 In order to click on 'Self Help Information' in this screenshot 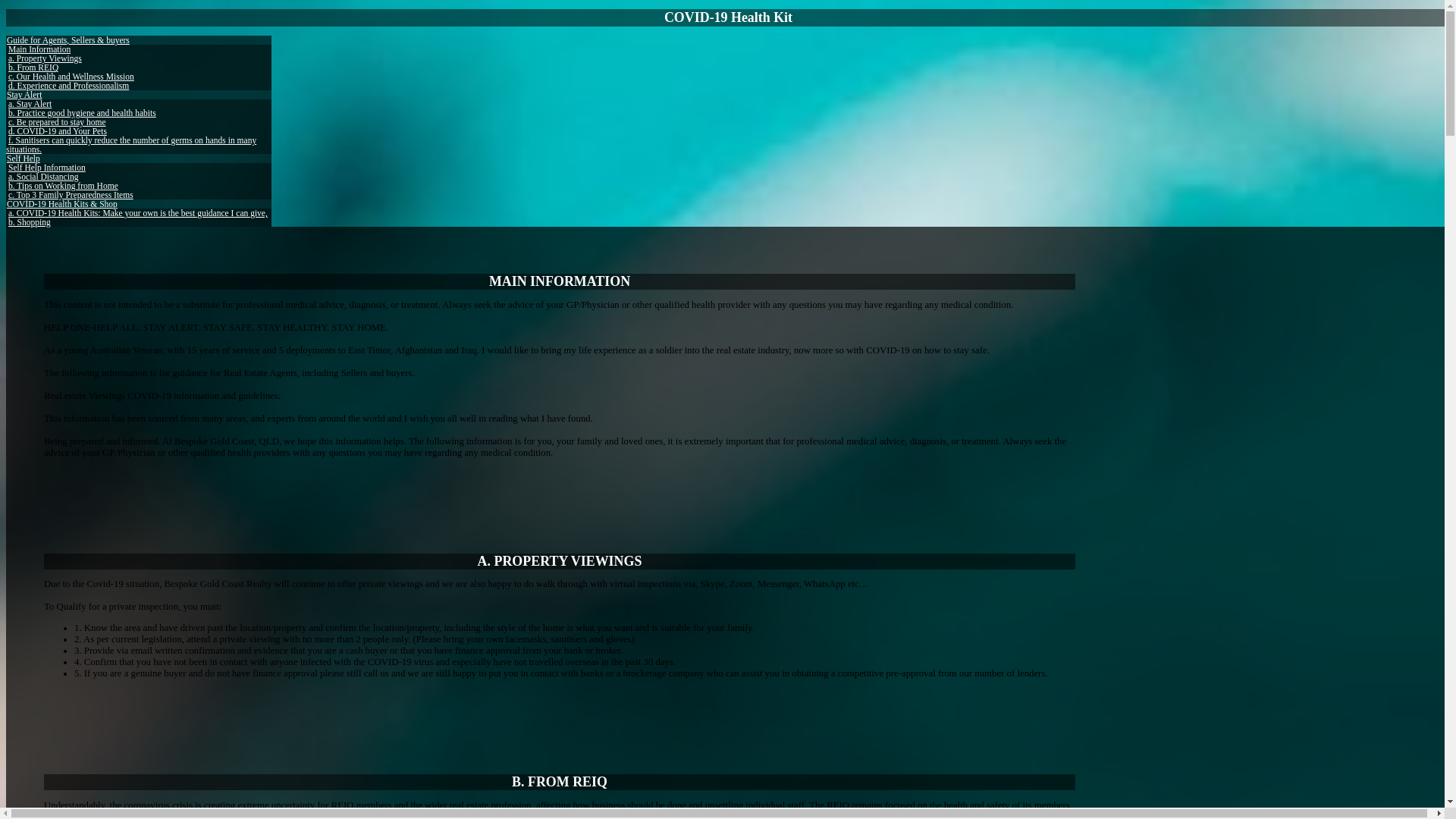, I will do `click(7, 167)`.